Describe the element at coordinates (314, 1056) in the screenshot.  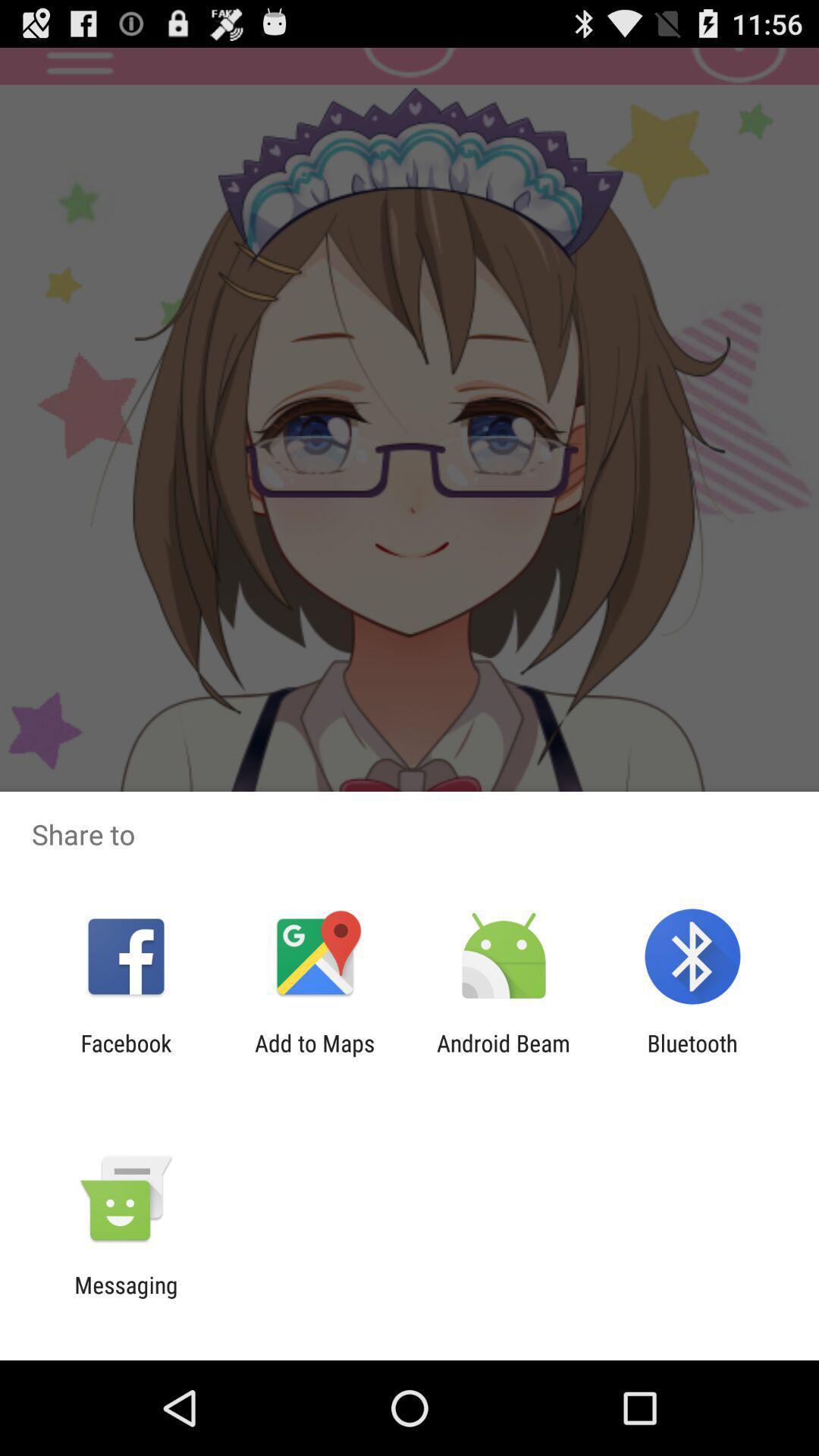
I see `app next to the facebook item` at that location.